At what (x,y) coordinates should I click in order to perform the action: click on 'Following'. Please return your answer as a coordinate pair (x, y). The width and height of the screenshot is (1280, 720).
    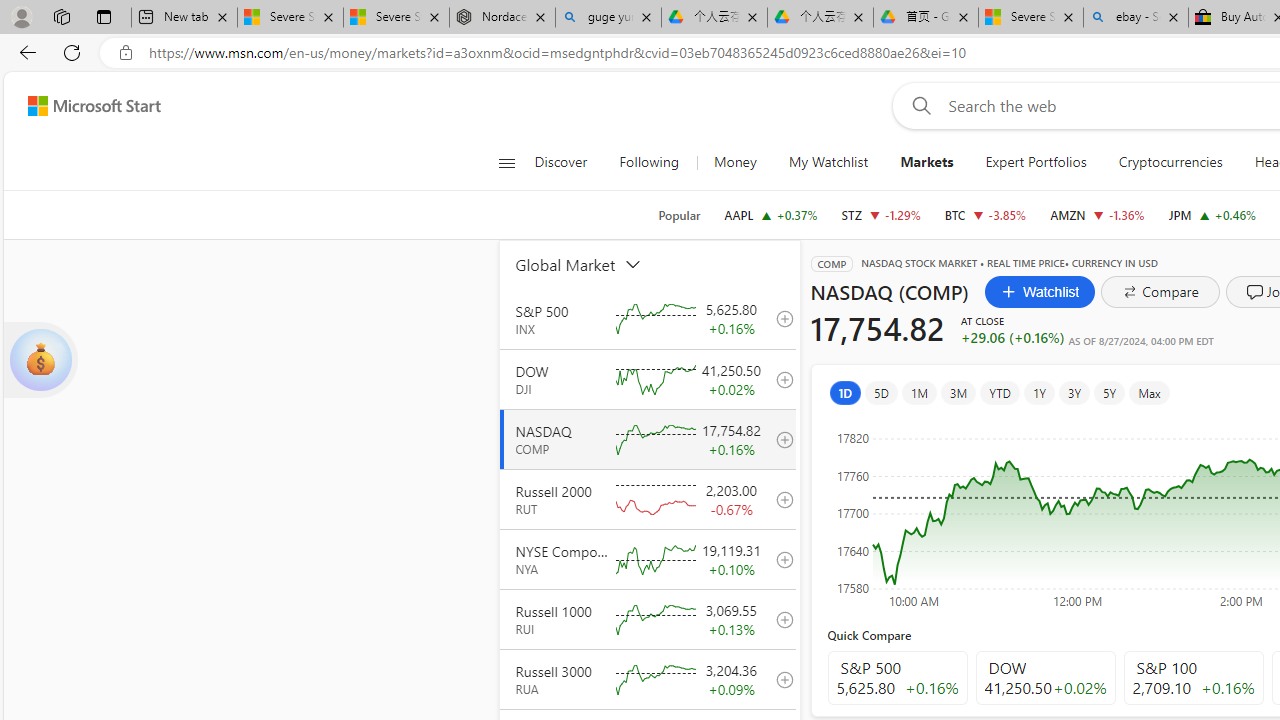
    Looking at the image, I should click on (650, 162).